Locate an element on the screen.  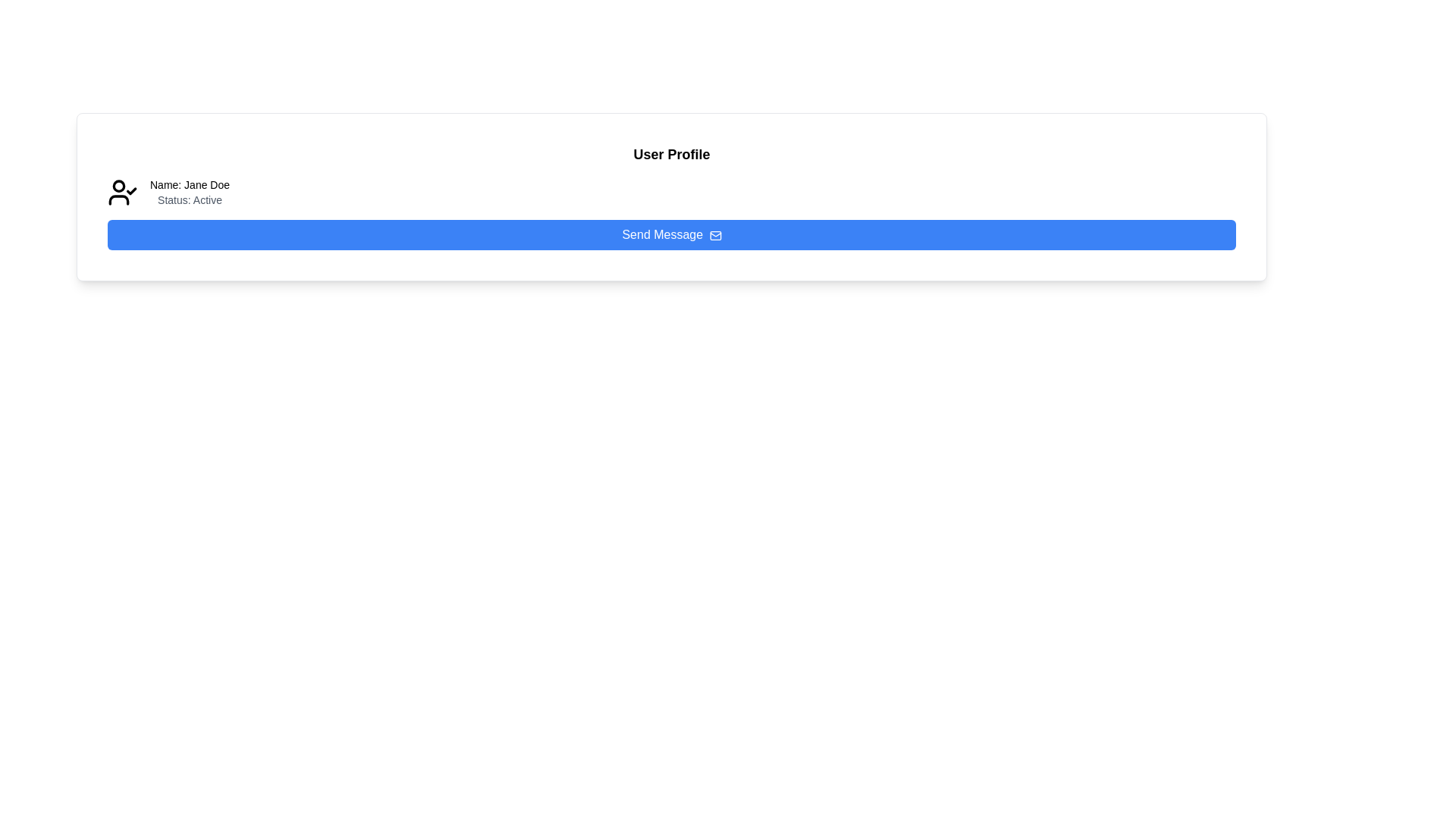
the text label displaying the status 'Active', which is positioned below the name field 'Name: Jane Doe' is located at coordinates (189, 199).